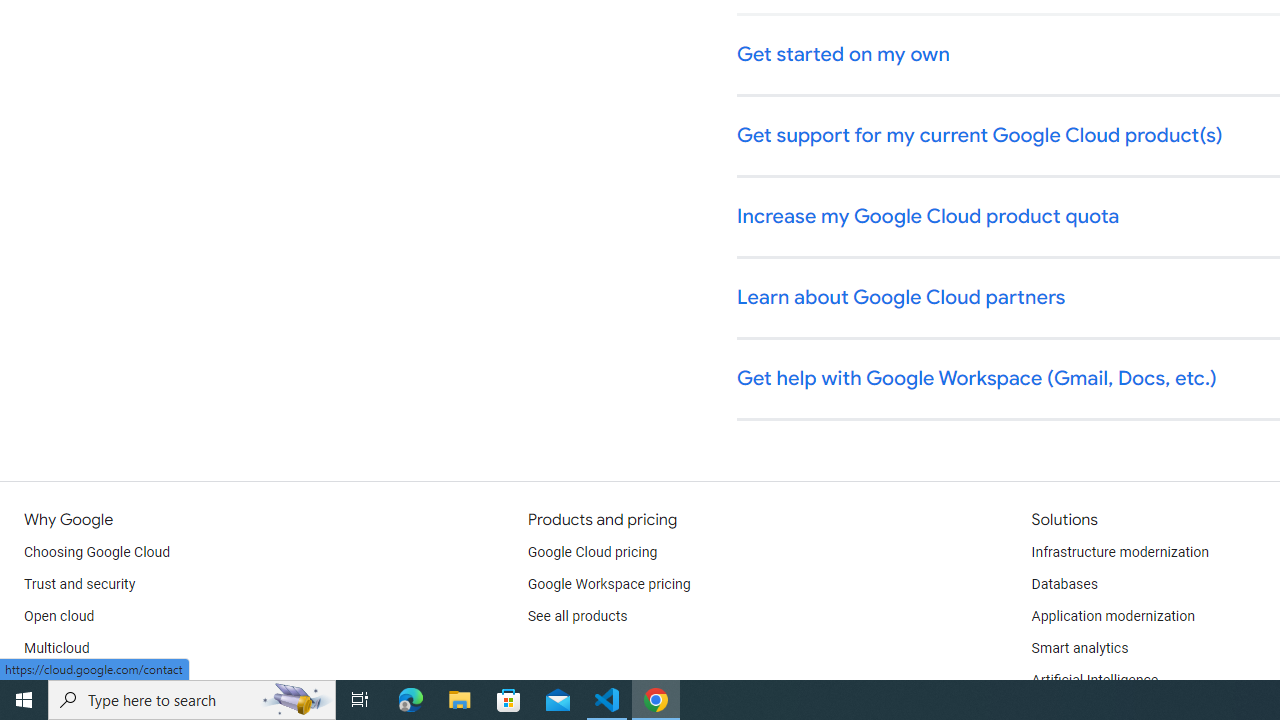 This screenshot has width=1280, height=720. Describe the element at coordinates (1078, 649) in the screenshot. I see `'Smart analytics'` at that location.